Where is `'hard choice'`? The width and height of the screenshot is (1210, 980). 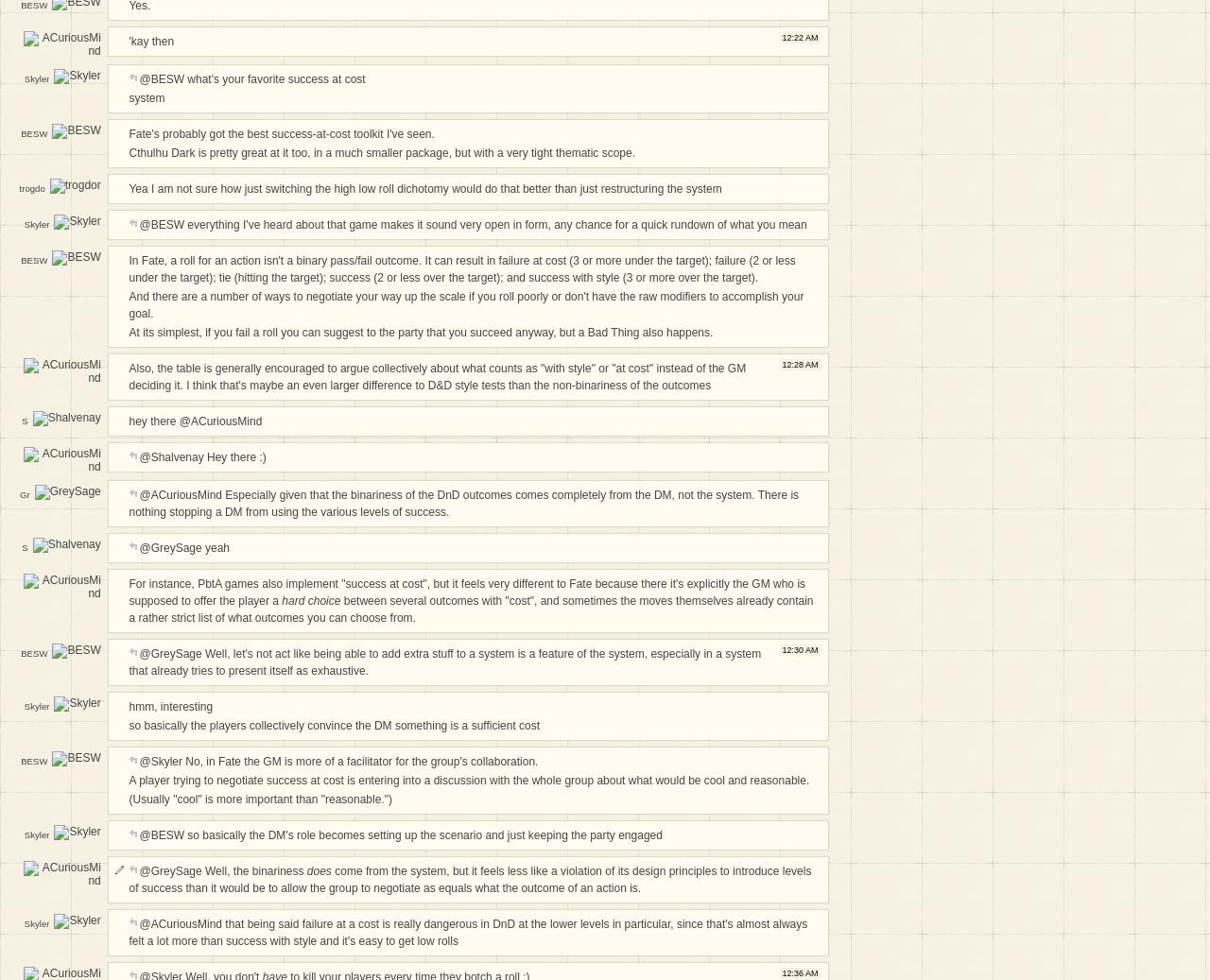
'hard choice' is located at coordinates (310, 600).